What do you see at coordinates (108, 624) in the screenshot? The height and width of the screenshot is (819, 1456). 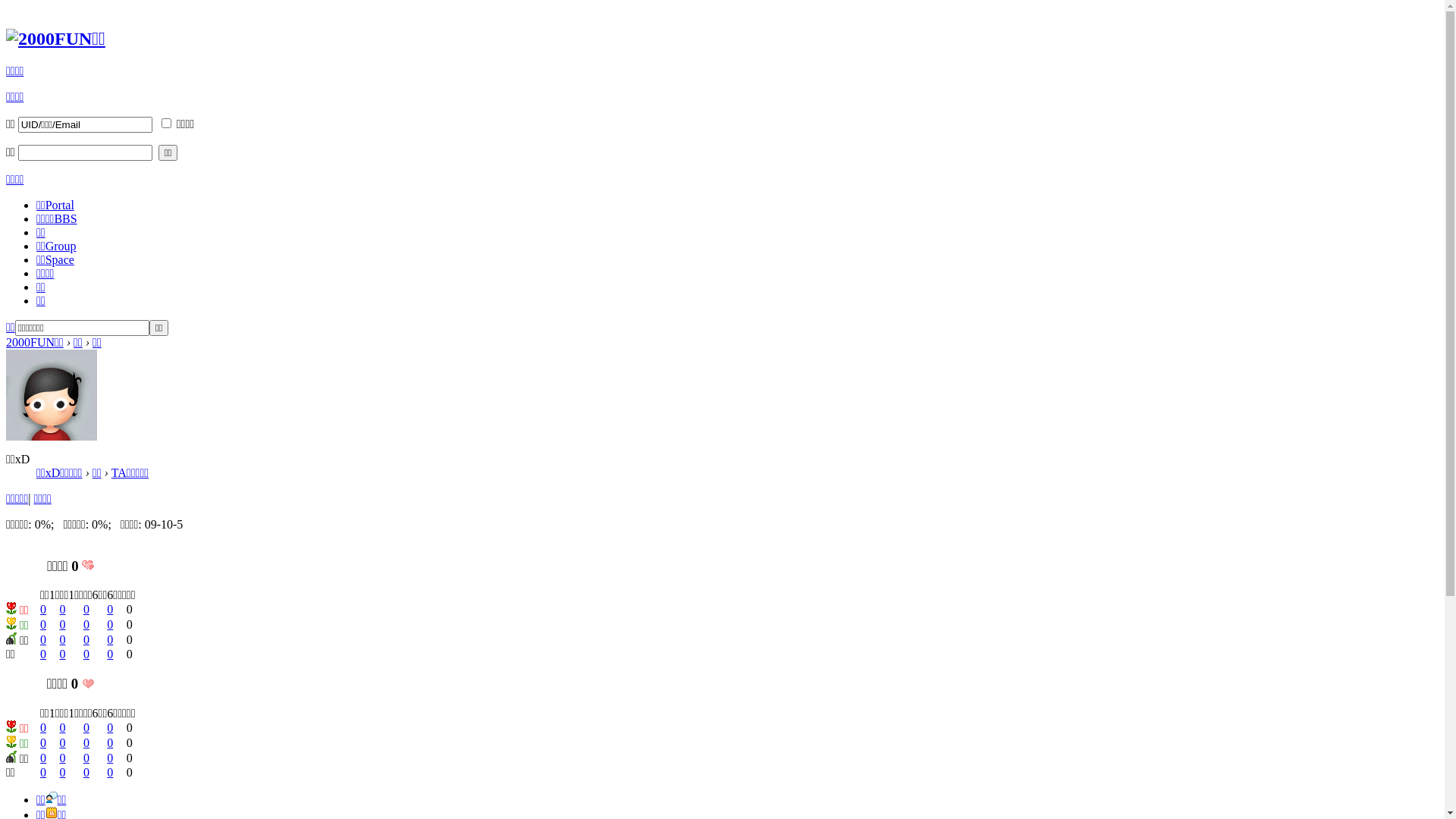 I see `'0'` at bounding box center [108, 624].